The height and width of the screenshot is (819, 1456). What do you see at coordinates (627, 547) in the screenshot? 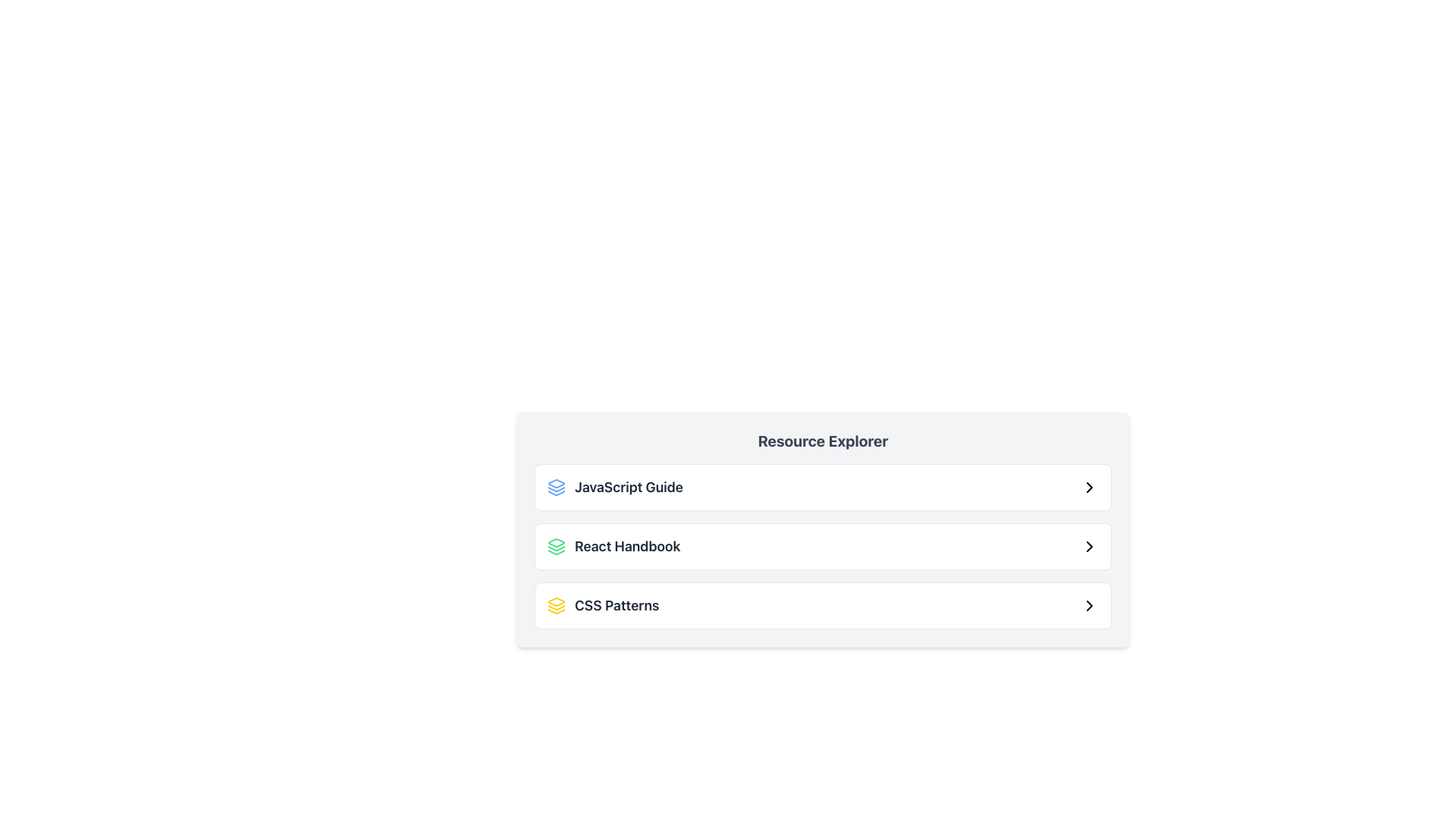
I see `text label displaying 'React Handbook' which is styled with a larger font size and bold weight, located in the resource explorer between 'JavaScript Guide' and 'CSS Patterns'` at bounding box center [627, 547].